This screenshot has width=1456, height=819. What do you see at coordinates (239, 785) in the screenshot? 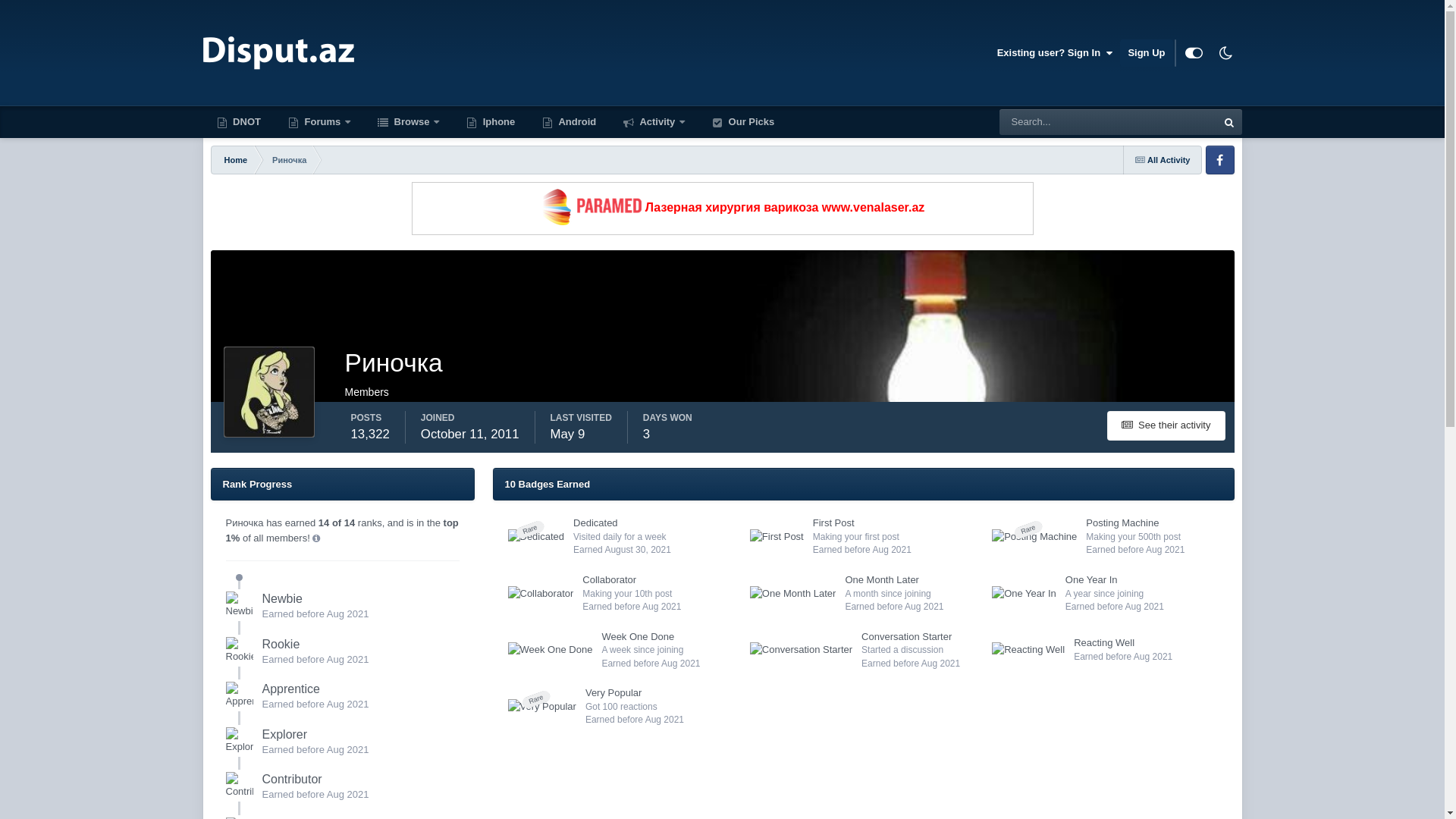
I see `'Rank: Contributor (5/14)'` at bounding box center [239, 785].